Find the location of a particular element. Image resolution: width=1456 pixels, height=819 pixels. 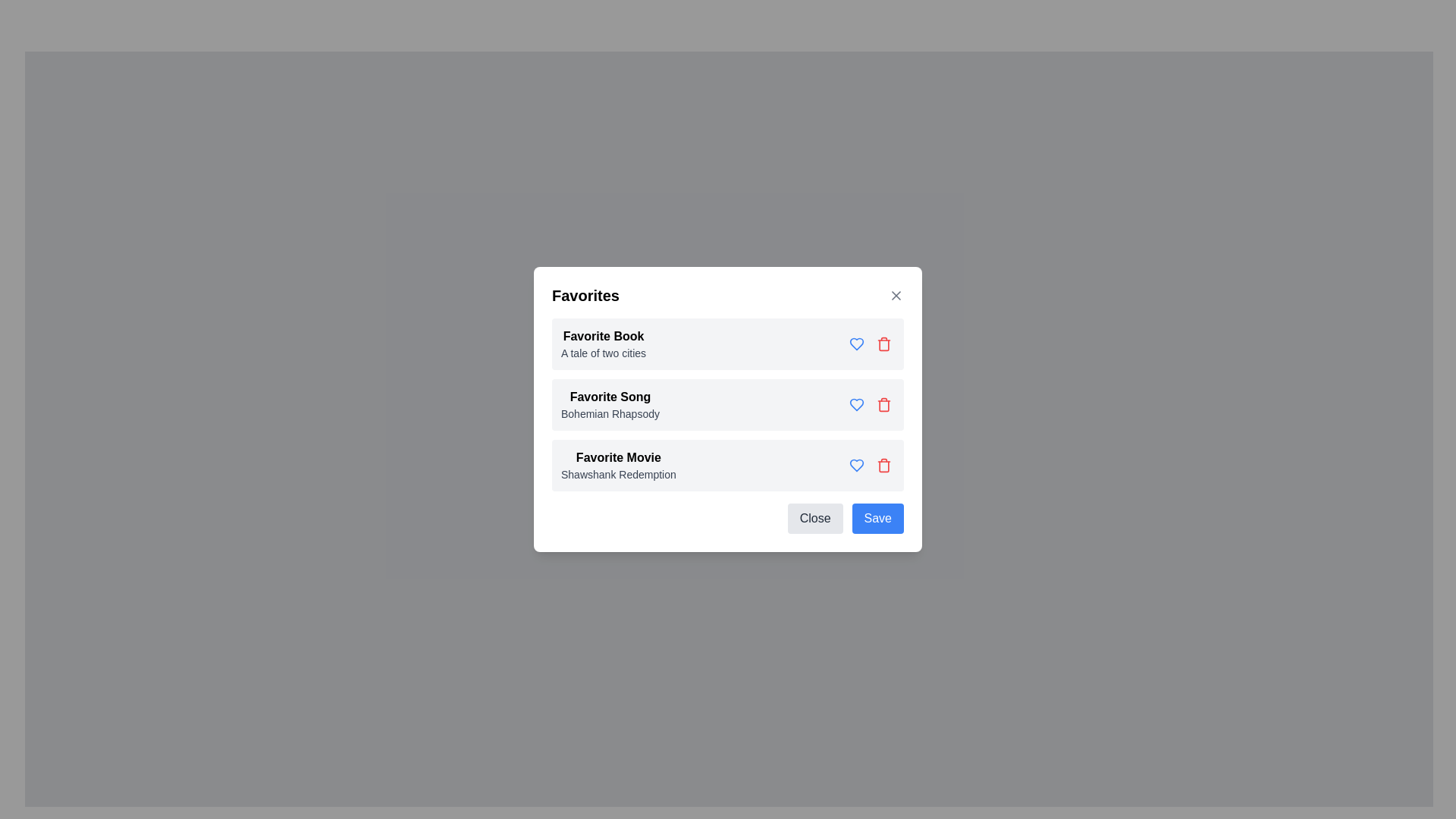

the icon button is located at coordinates (856, 344).